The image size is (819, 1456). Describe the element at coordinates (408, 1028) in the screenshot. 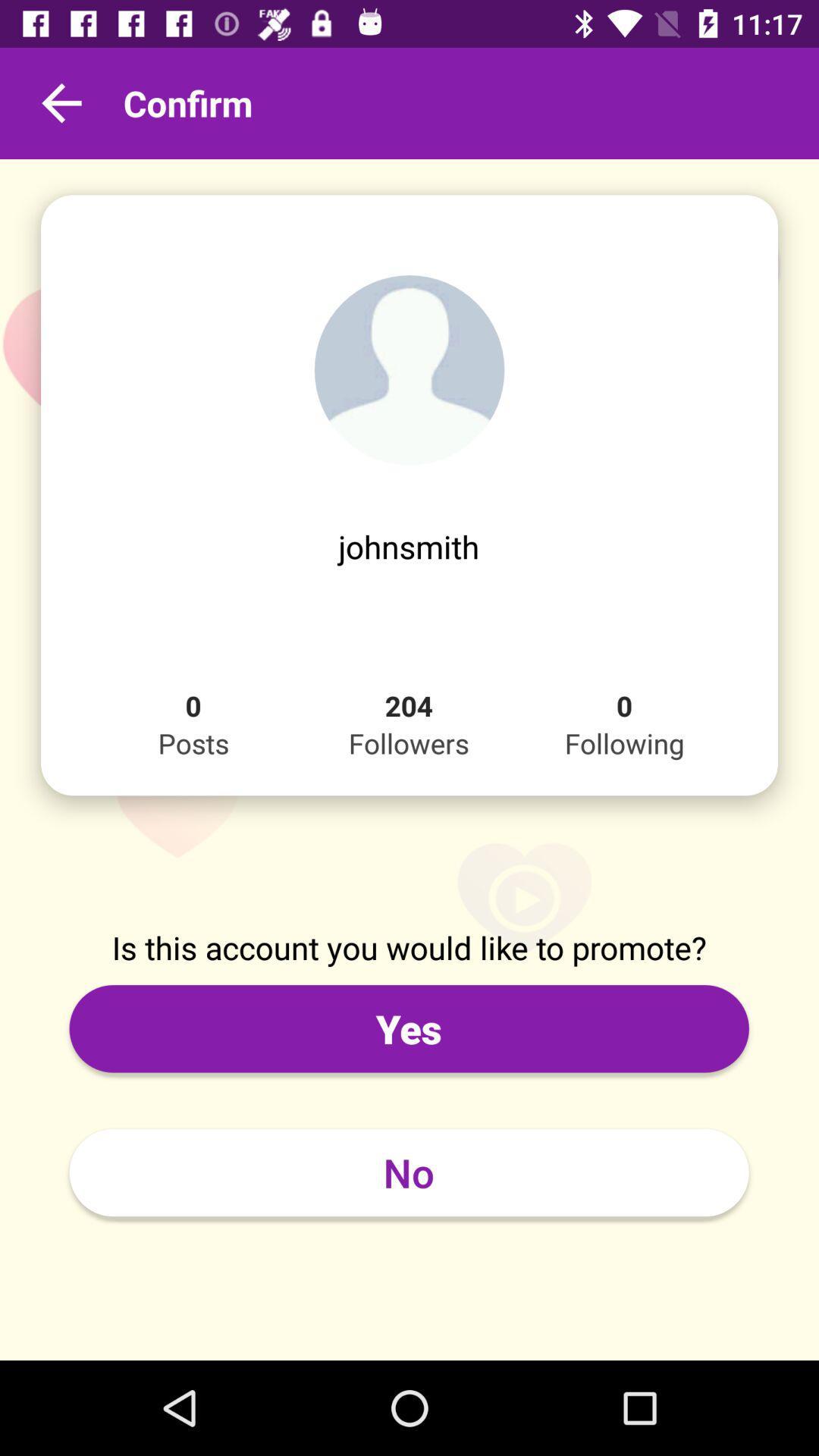

I see `item above no item` at that location.